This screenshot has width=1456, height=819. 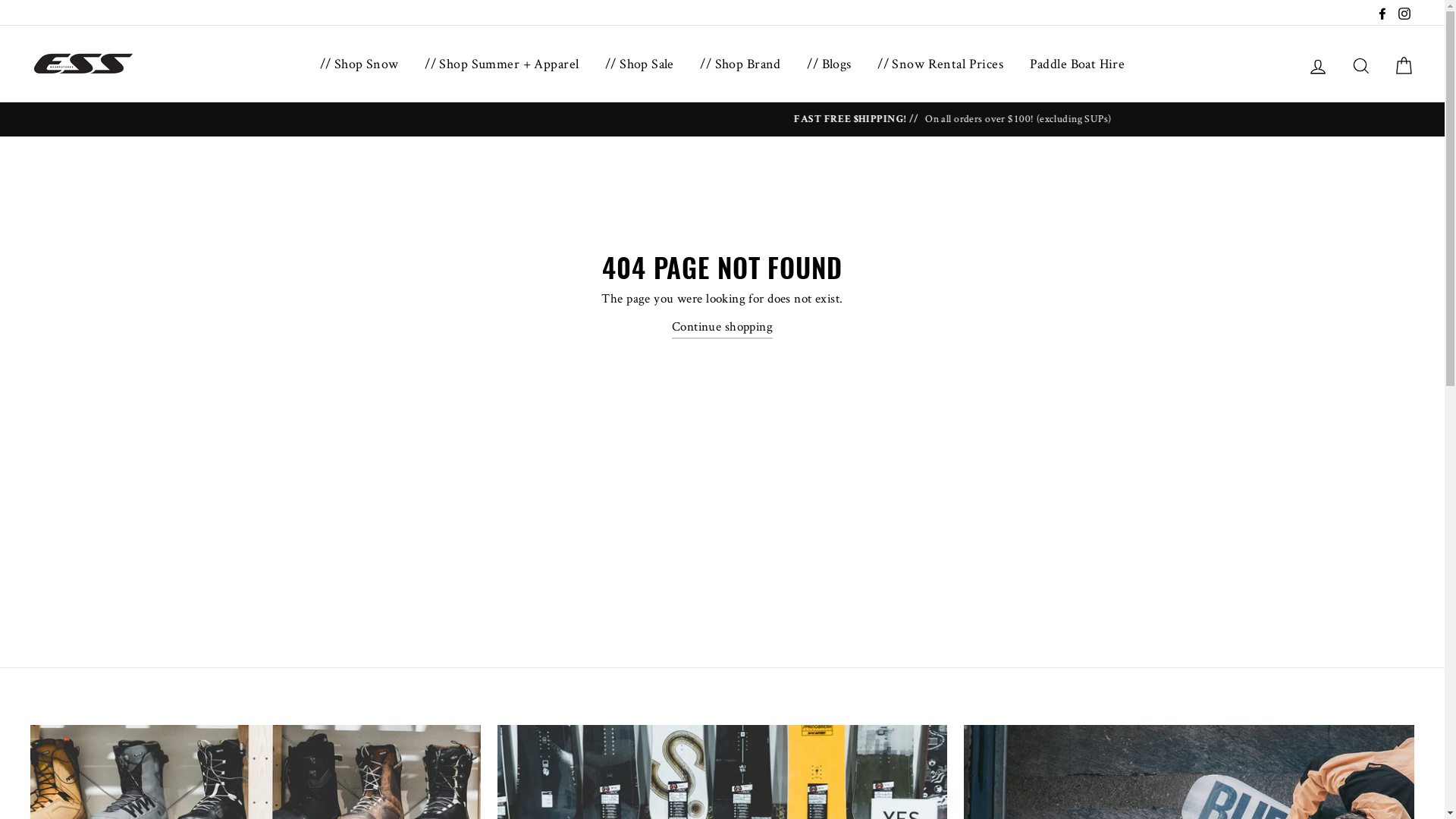 I want to click on '// Shop Brand', so click(x=740, y=63).